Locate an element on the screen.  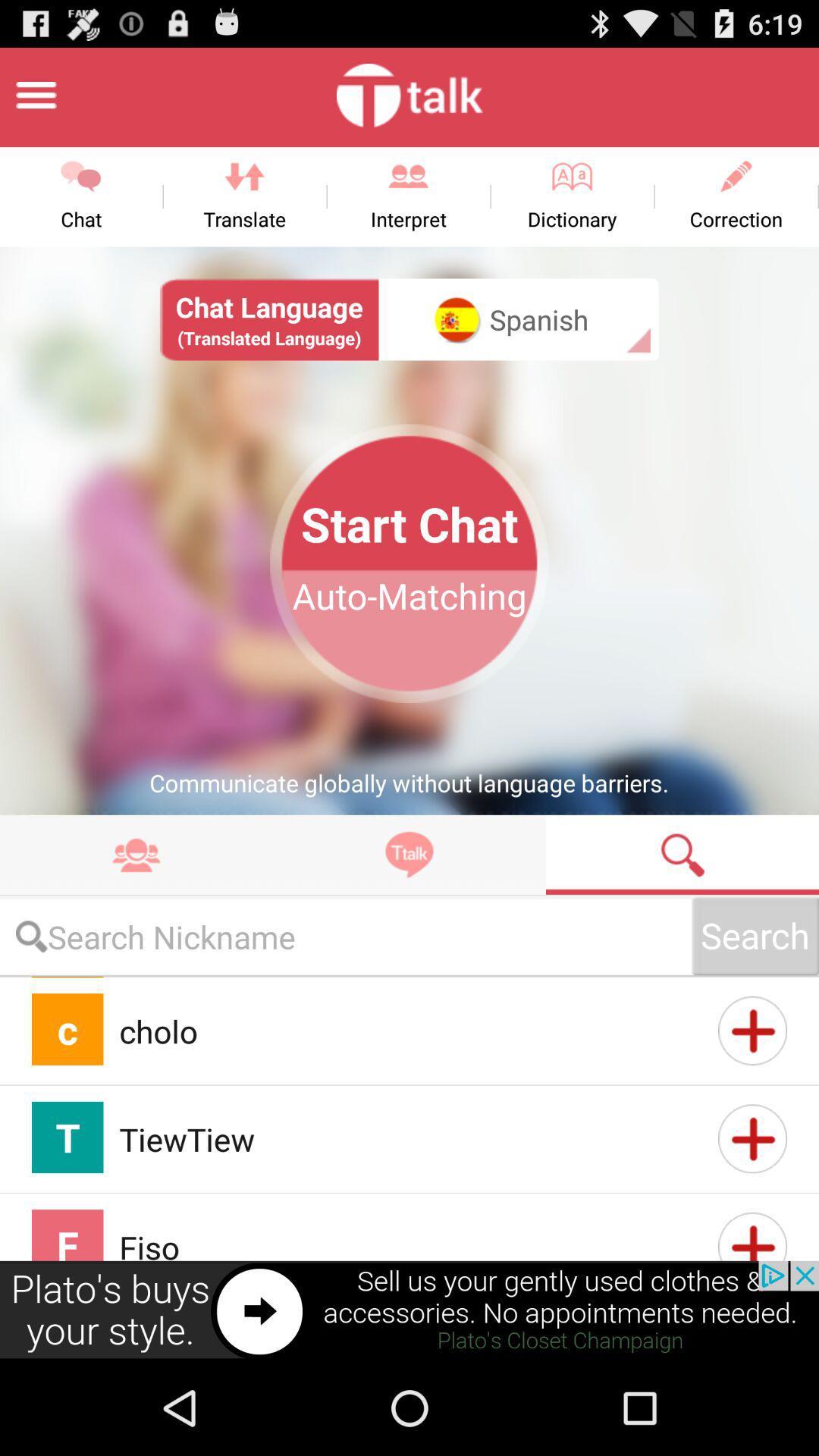
the more icon is located at coordinates (136, 914).